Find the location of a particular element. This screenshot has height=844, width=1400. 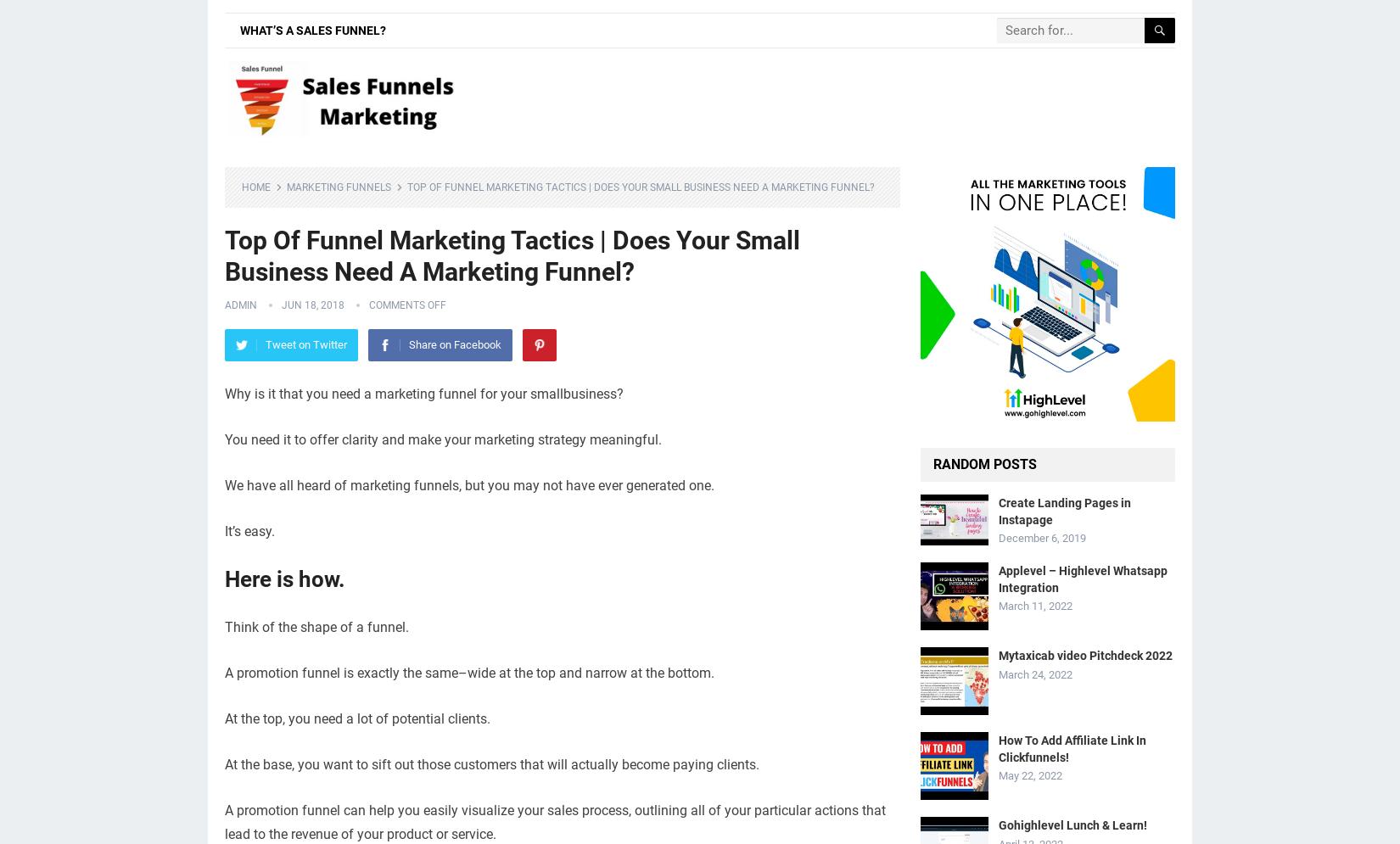

'admin' is located at coordinates (240, 303).